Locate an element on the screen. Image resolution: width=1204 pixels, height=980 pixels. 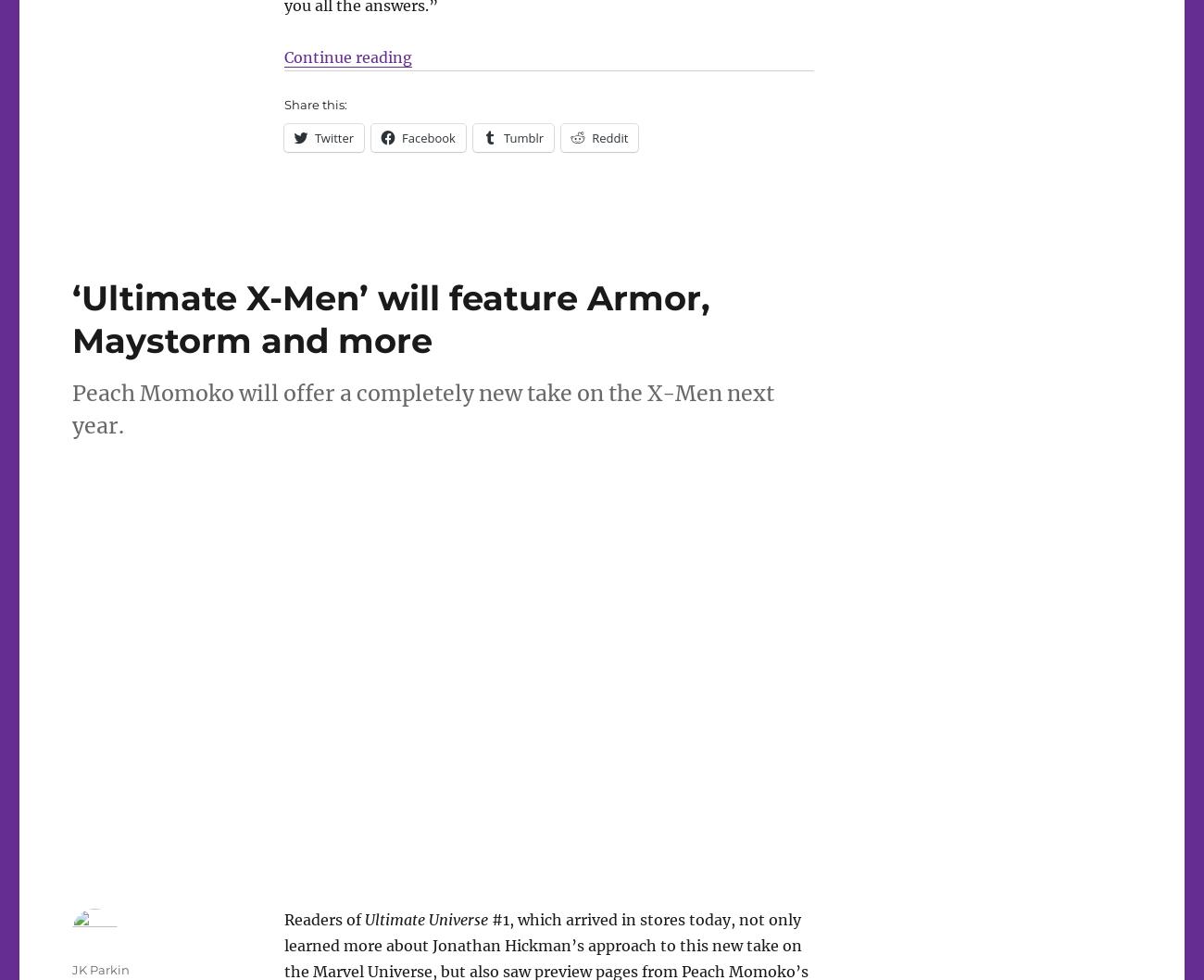
'Share this:' is located at coordinates (313, 103).